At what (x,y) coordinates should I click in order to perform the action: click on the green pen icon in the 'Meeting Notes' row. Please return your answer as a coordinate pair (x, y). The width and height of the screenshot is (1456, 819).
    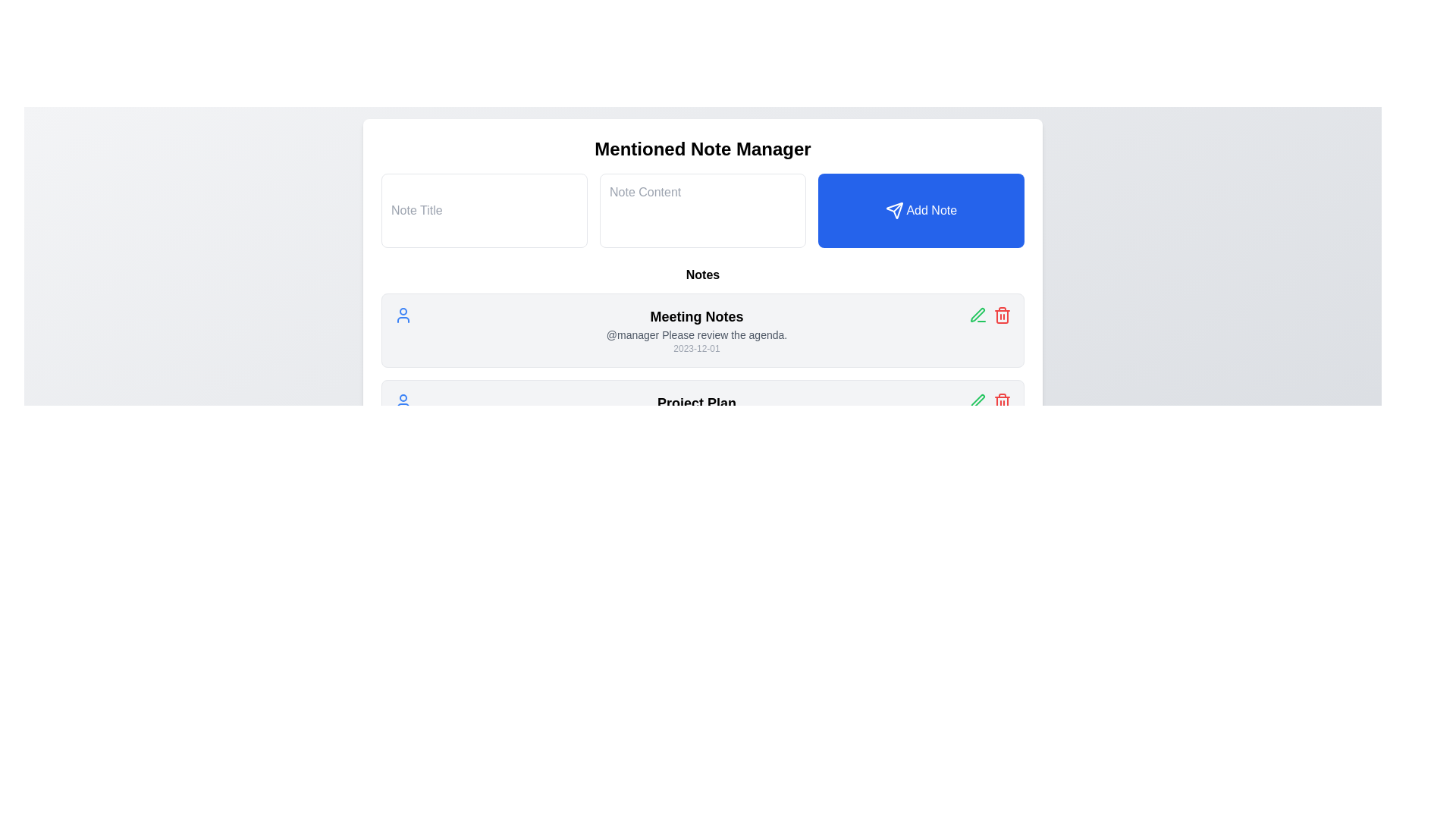
    Looking at the image, I should click on (978, 315).